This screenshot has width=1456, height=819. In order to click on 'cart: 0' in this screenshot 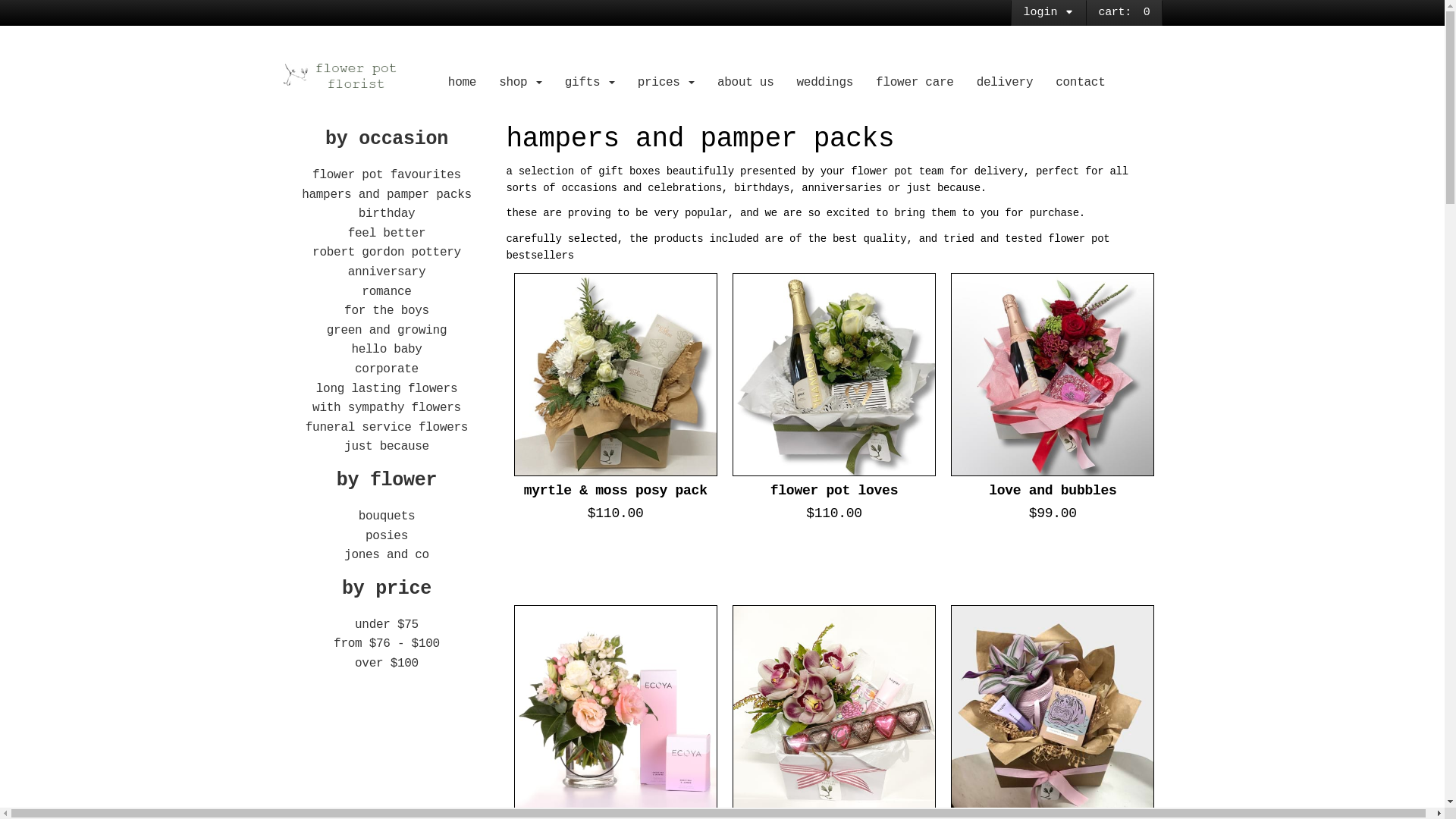, I will do `click(1124, 12)`.